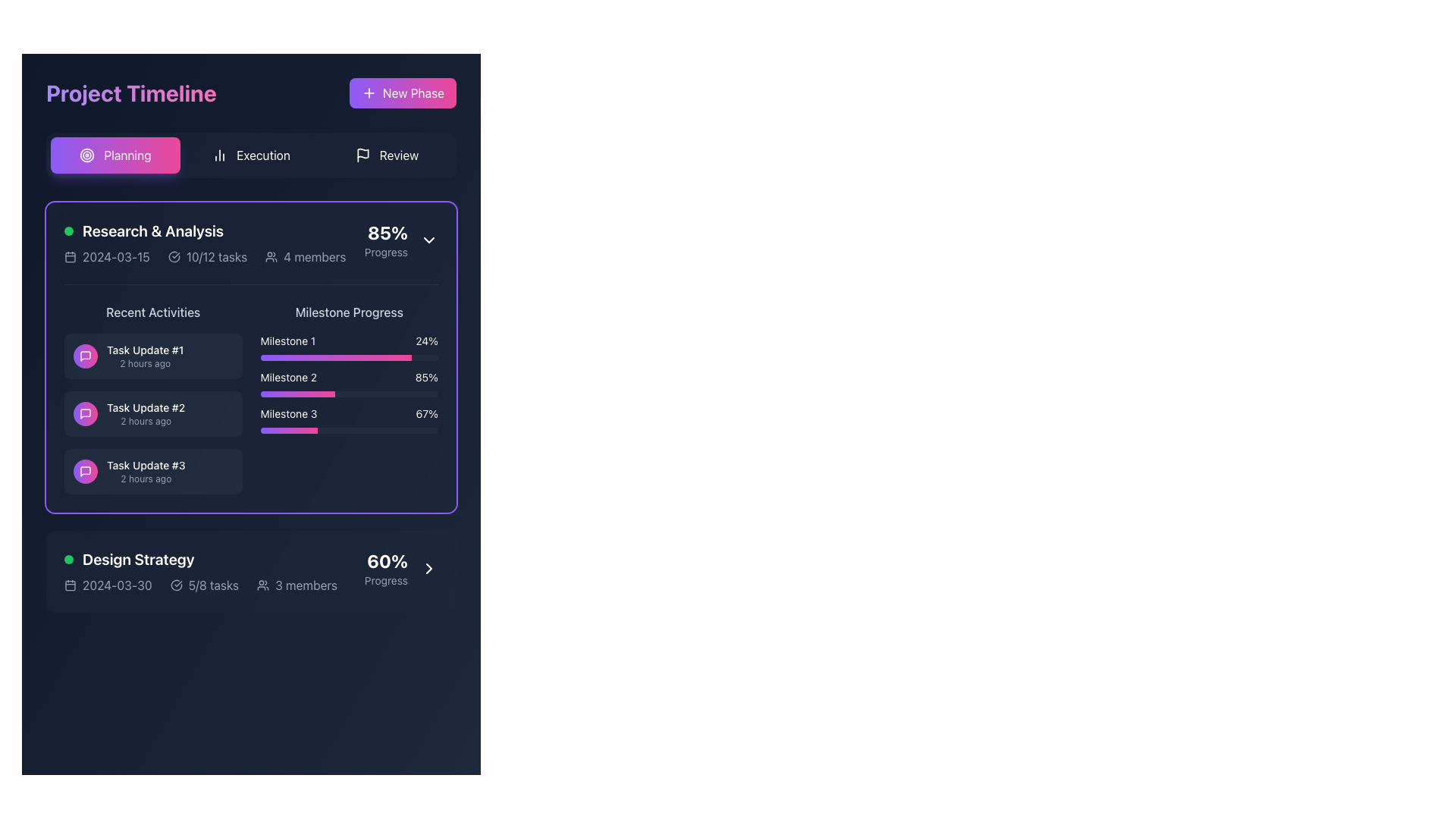 The height and width of the screenshot is (819, 1456). Describe the element at coordinates (146, 470) in the screenshot. I see `the Text block displaying 'Task Update #3' and '2 hours ago' in the Recent Activities section` at that location.